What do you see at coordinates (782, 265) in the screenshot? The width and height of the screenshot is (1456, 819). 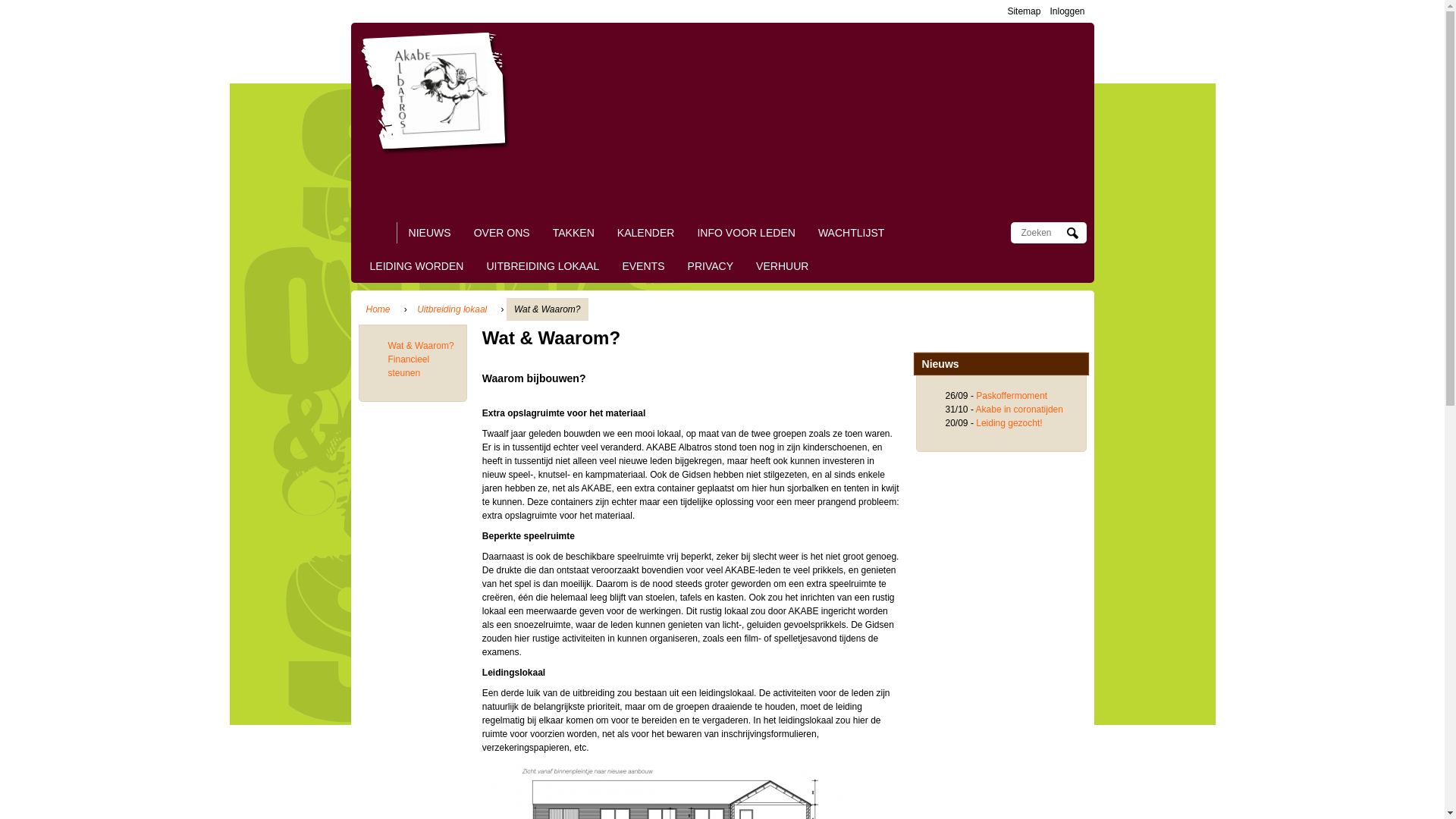 I see `'VERHUUR'` at bounding box center [782, 265].